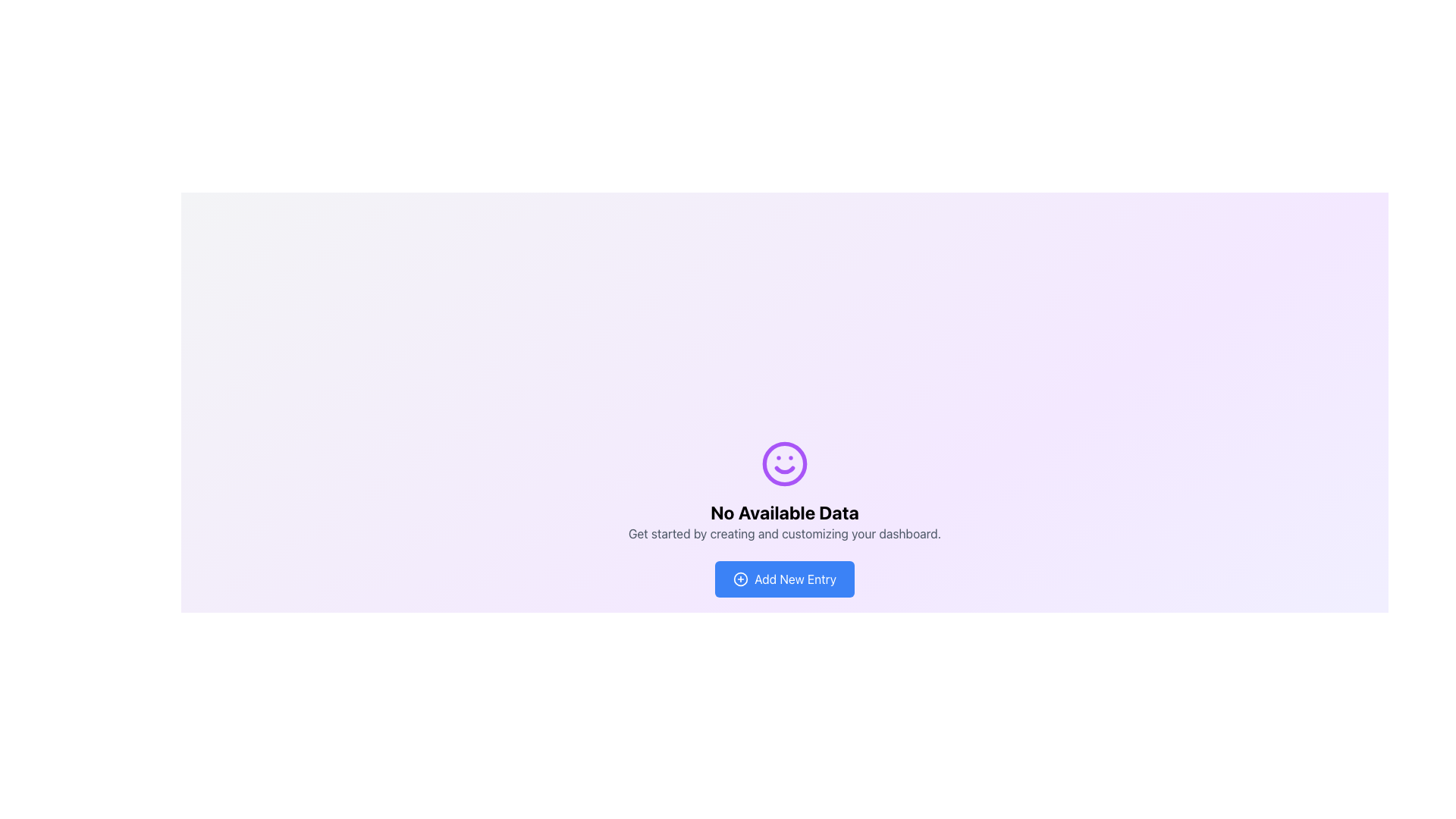  Describe the element at coordinates (785, 463) in the screenshot. I see `the purple smiley face icon that is centrally positioned above the 'No Available Data' text` at that location.